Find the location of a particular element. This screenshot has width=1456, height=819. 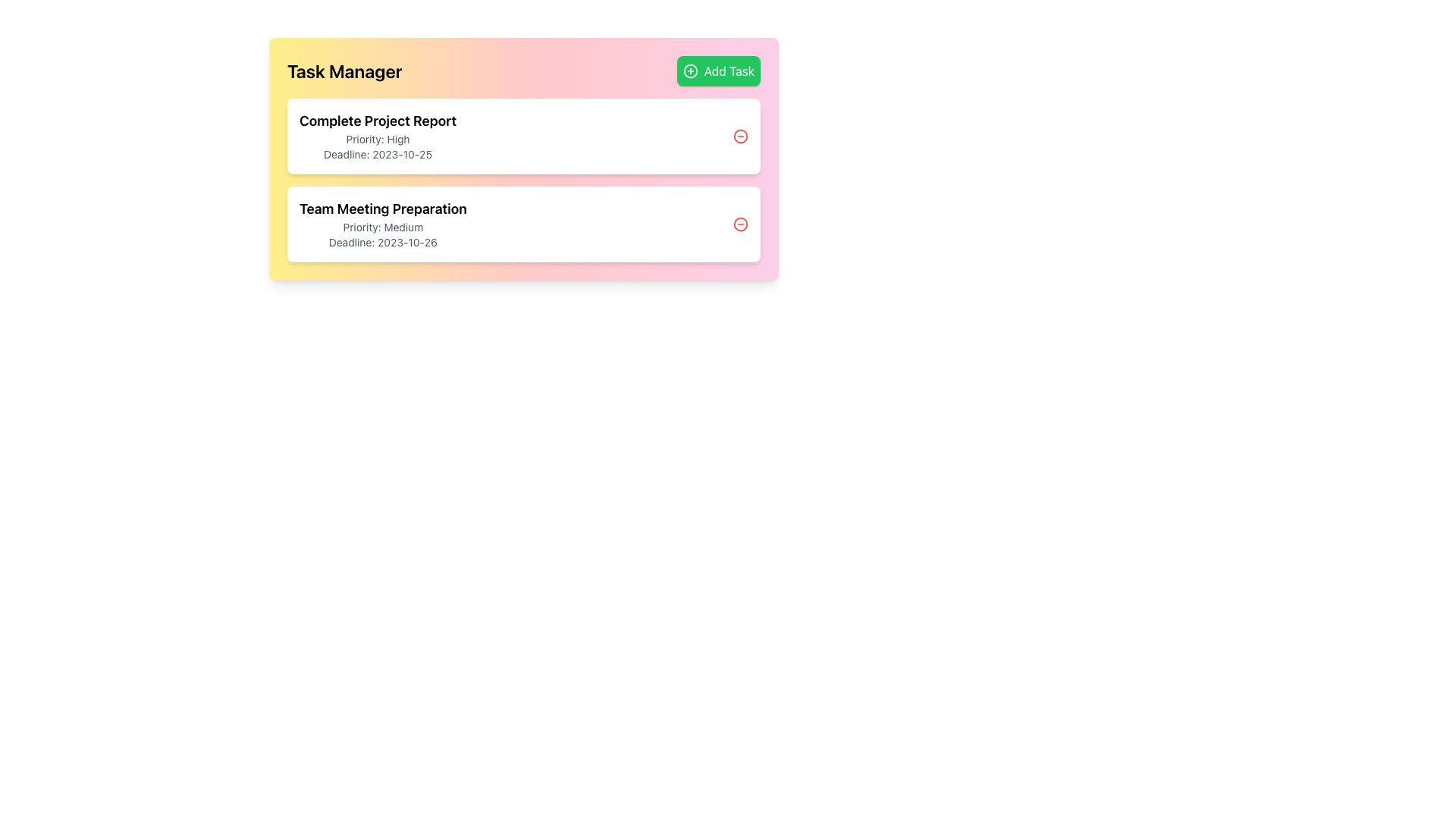

the circular icon with a green stroke and a plus sign, located to the left of the 'Add Task' button in the Task Manager interface is located at coordinates (689, 71).